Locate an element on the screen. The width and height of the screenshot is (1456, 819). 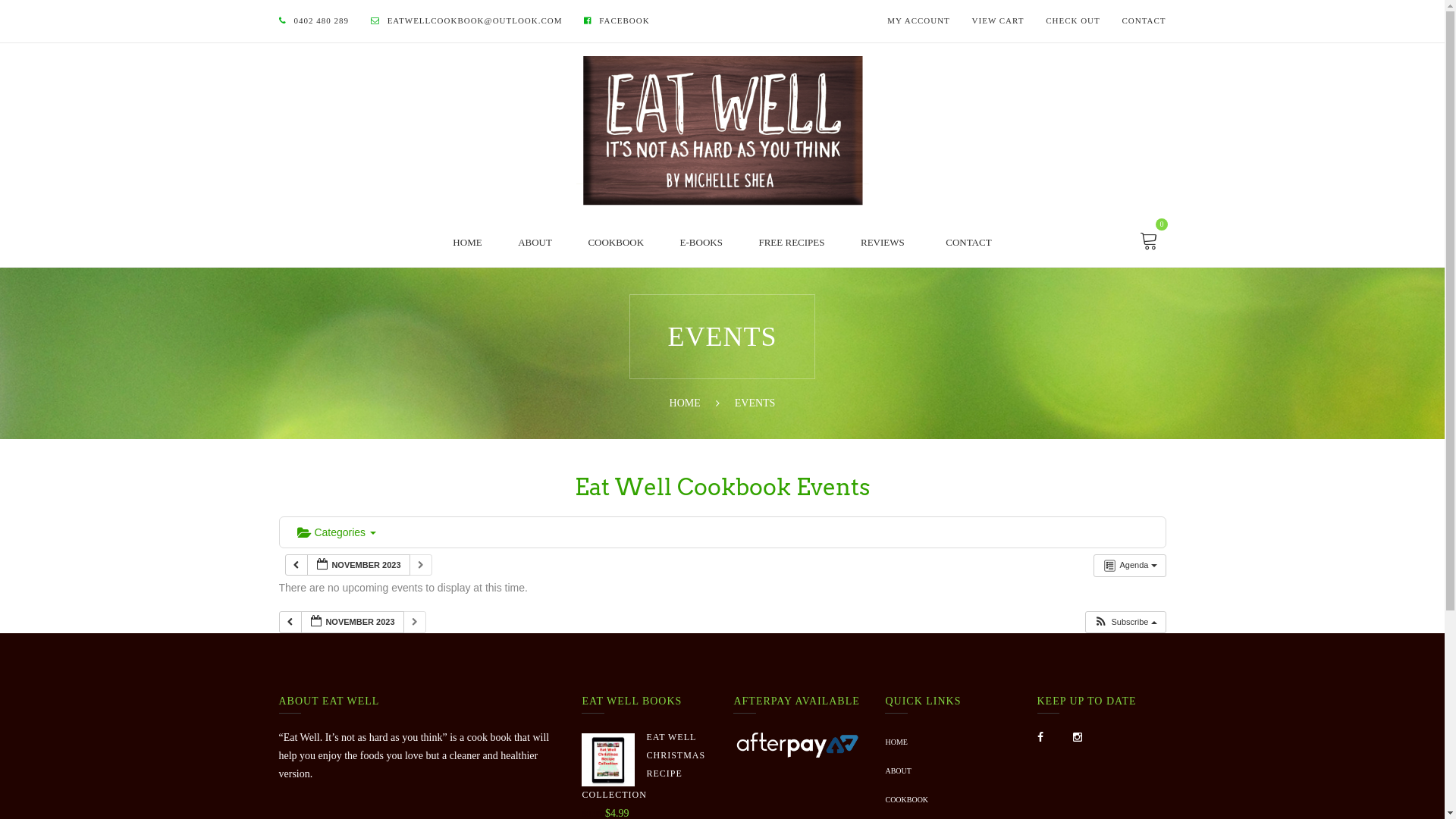
'Agenda' is located at coordinates (1129, 565).